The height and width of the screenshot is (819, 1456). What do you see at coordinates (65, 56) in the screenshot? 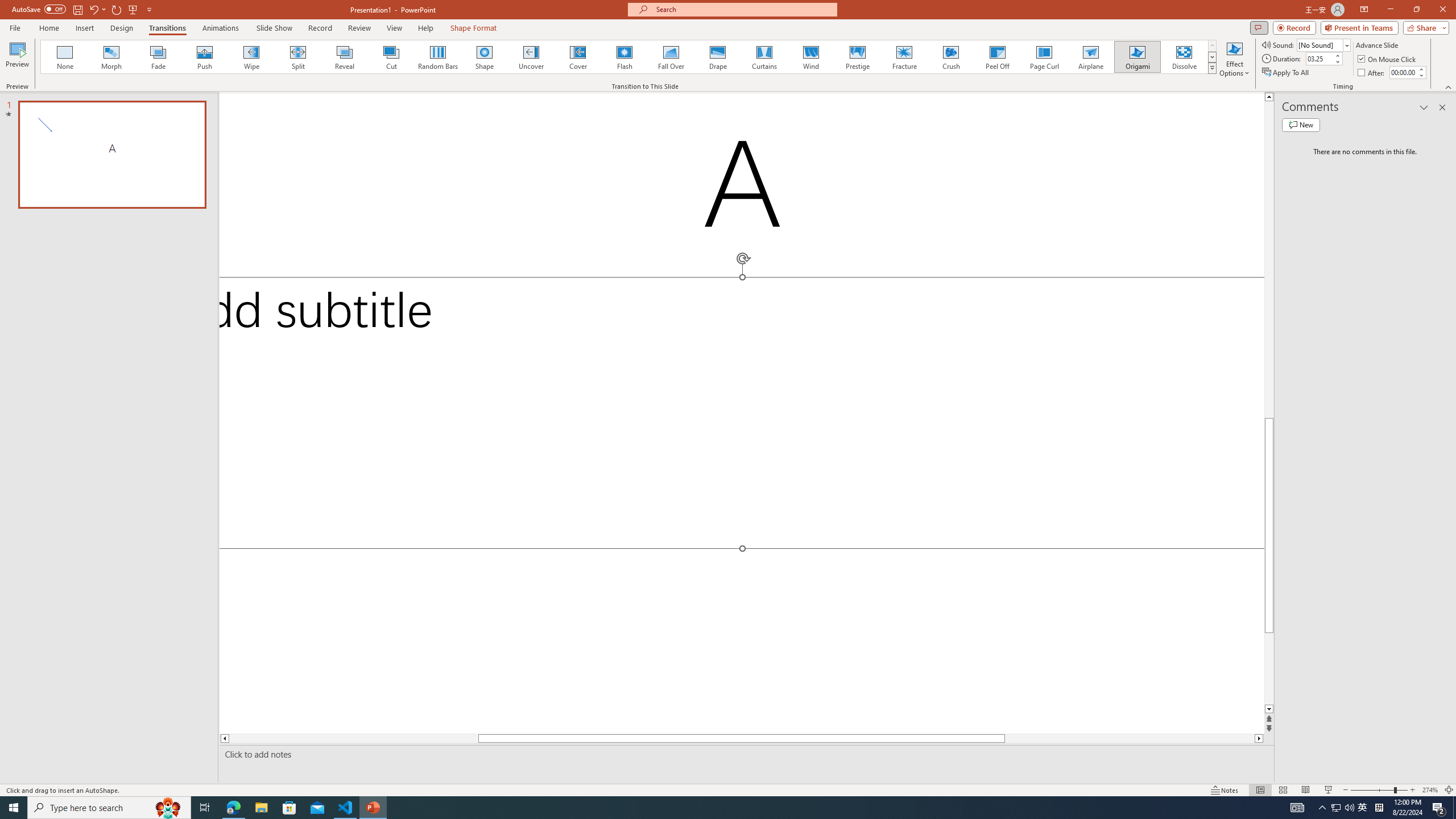
I see `'None'` at bounding box center [65, 56].